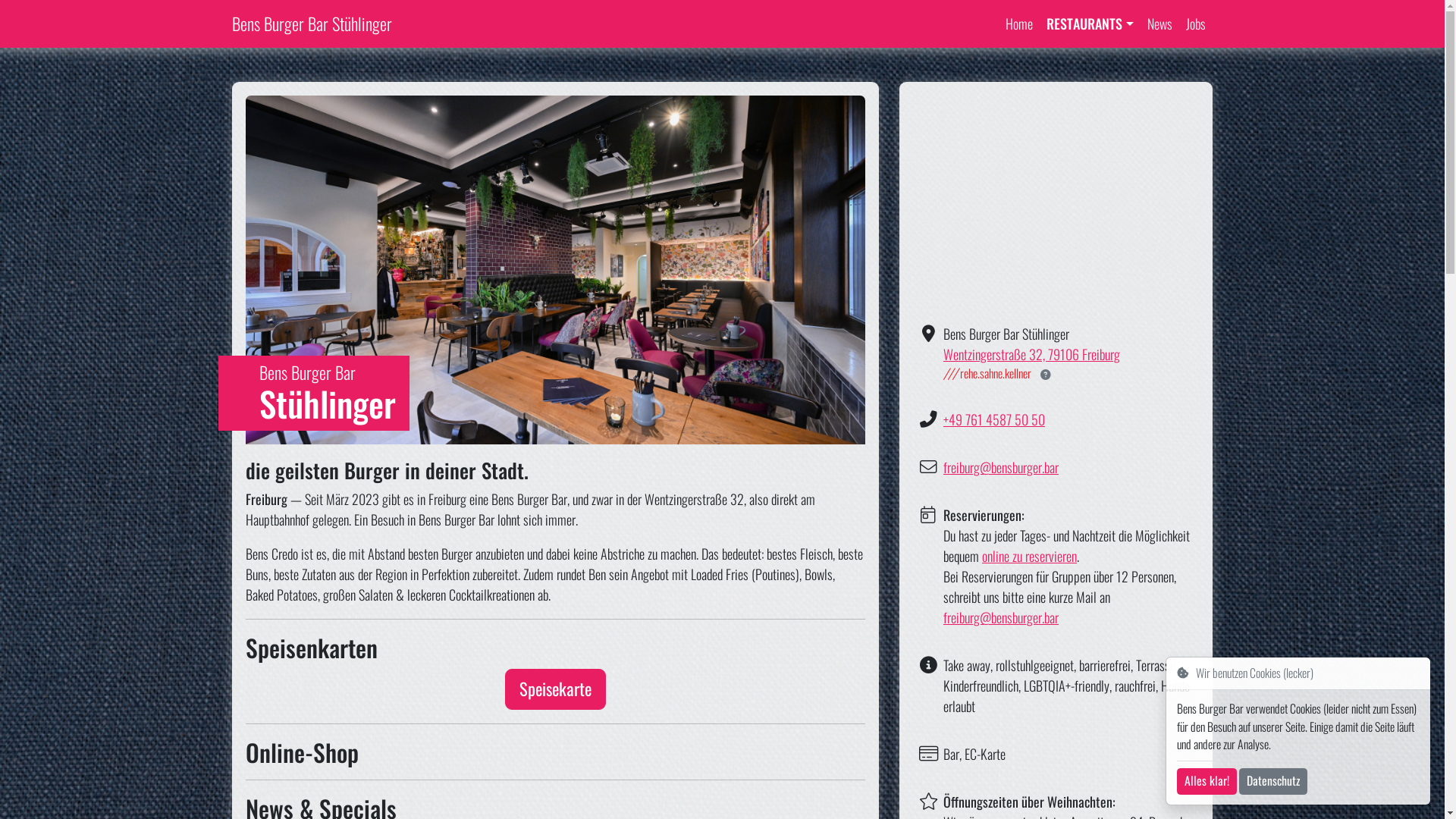 This screenshot has height=819, width=1456. Describe the element at coordinates (1019, 24) in the screenshot. I see `'Home'` at that location.